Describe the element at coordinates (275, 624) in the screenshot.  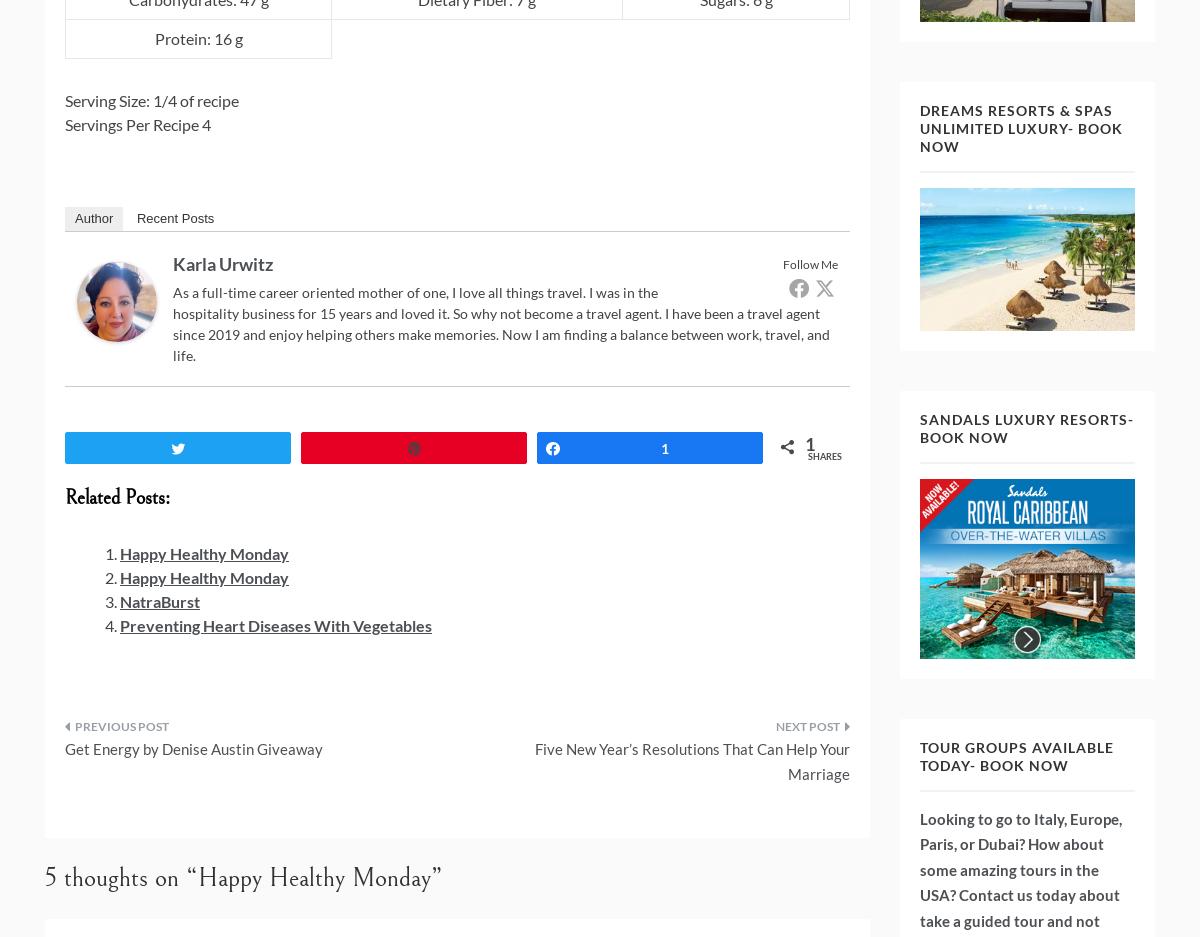
I see `'Preventing Heart Diseases With Vegetables'` at that location.